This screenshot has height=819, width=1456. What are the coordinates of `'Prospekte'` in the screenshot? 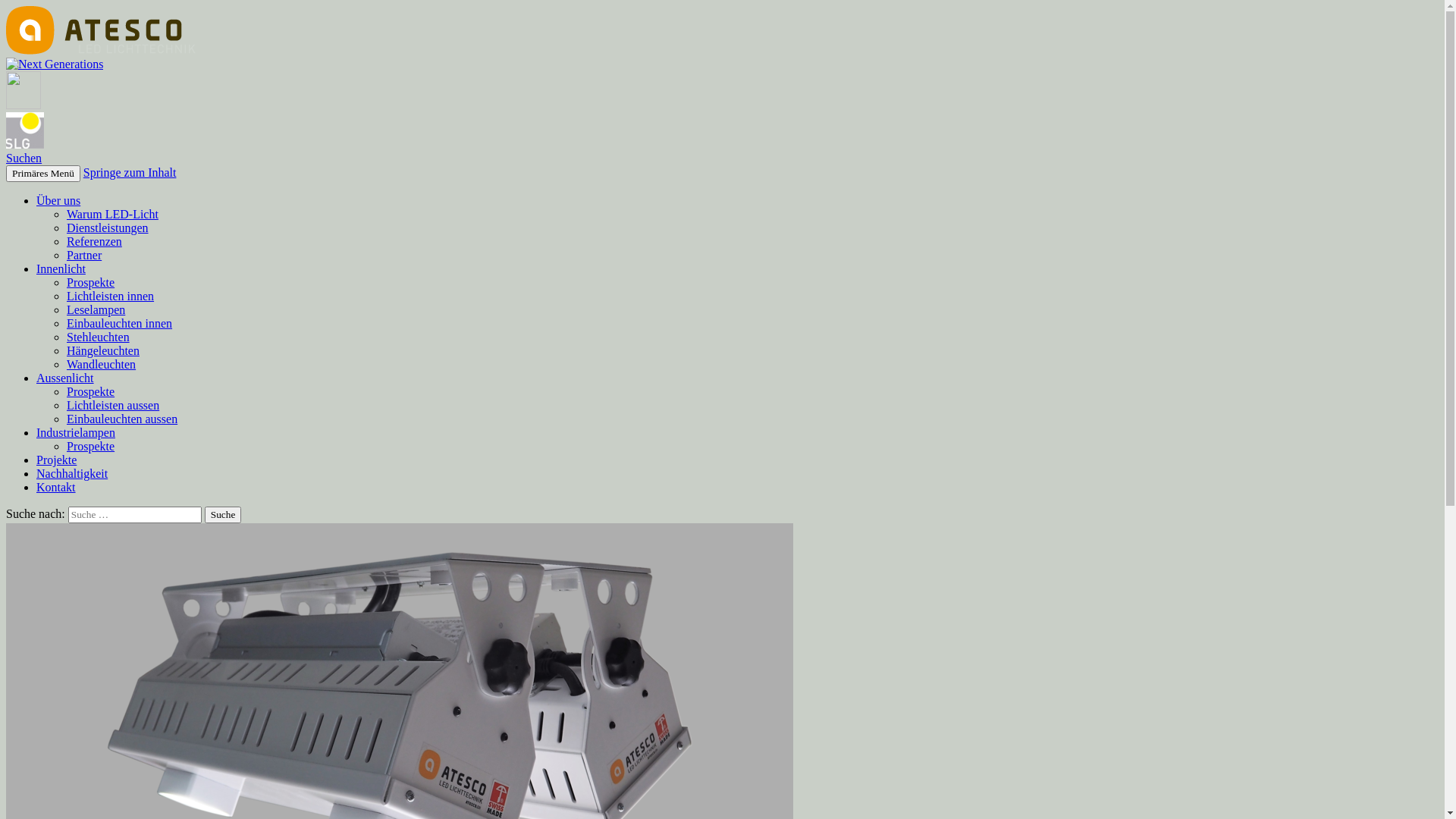 It's located at (65, 391).